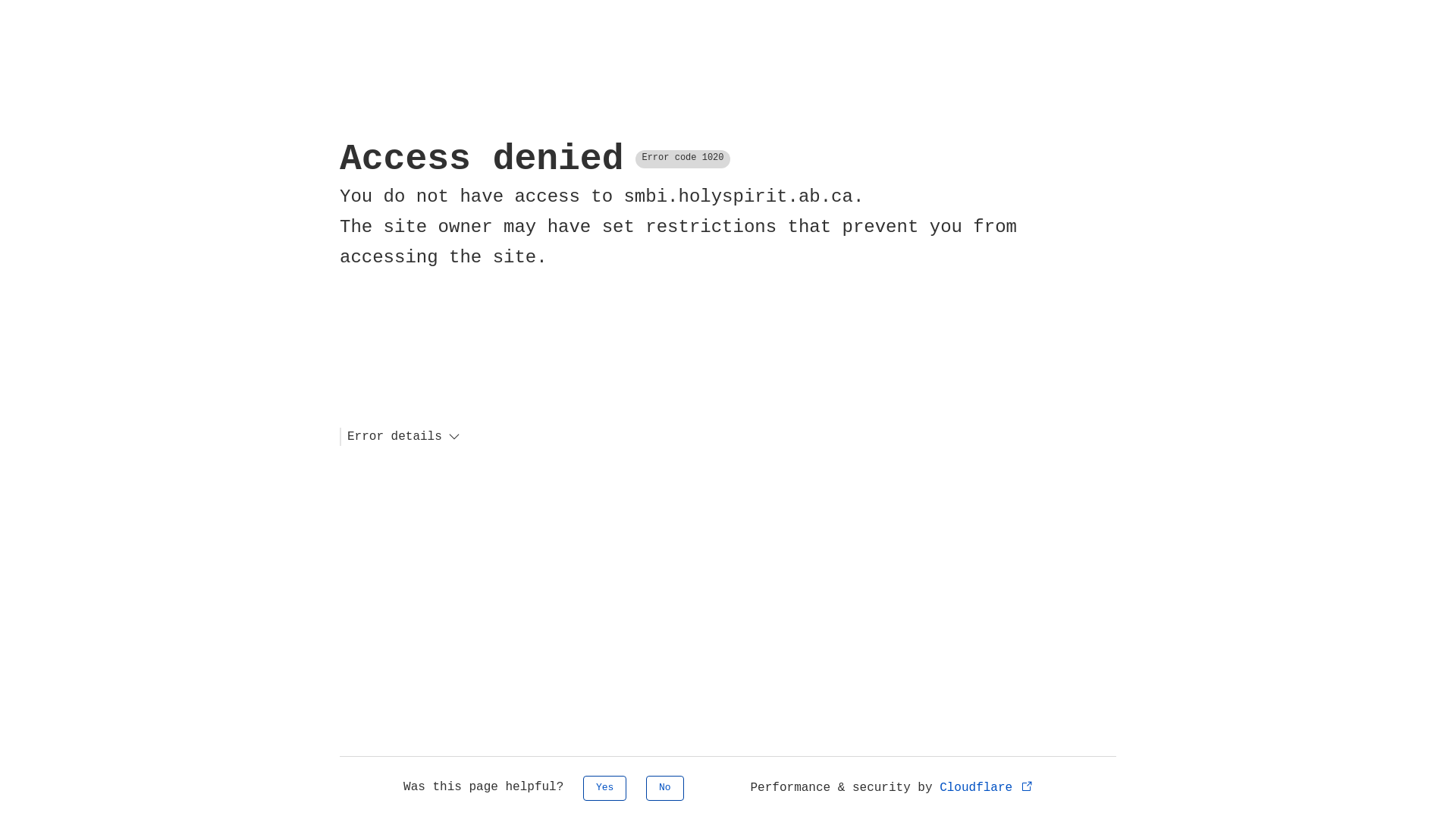 This screenshot has width=1456, height=819. I want to click on 'Opens in new tab', so click(1022, 785).